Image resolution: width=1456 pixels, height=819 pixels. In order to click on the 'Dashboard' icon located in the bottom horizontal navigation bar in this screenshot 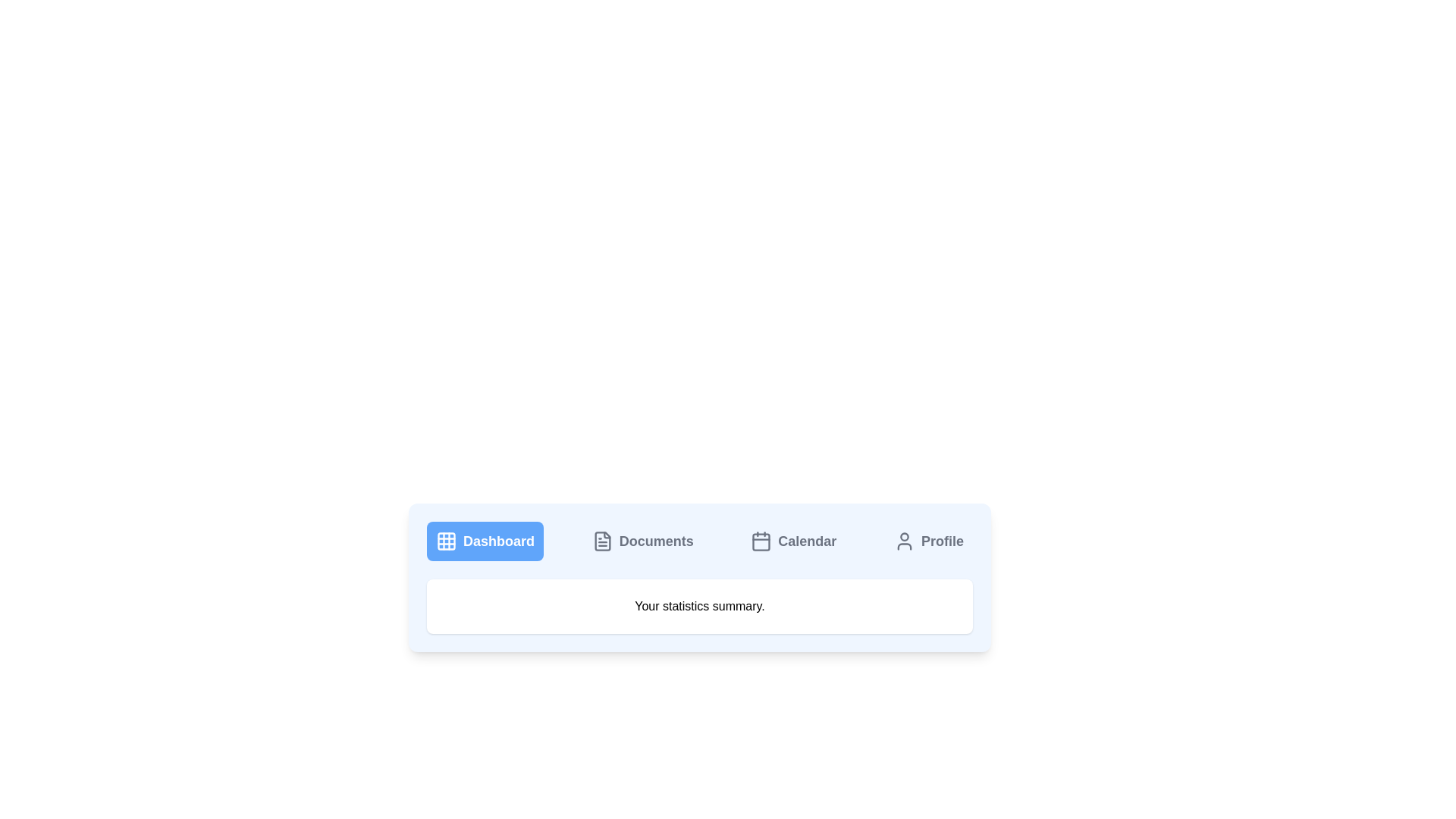, I will do `click(446, 540)`.